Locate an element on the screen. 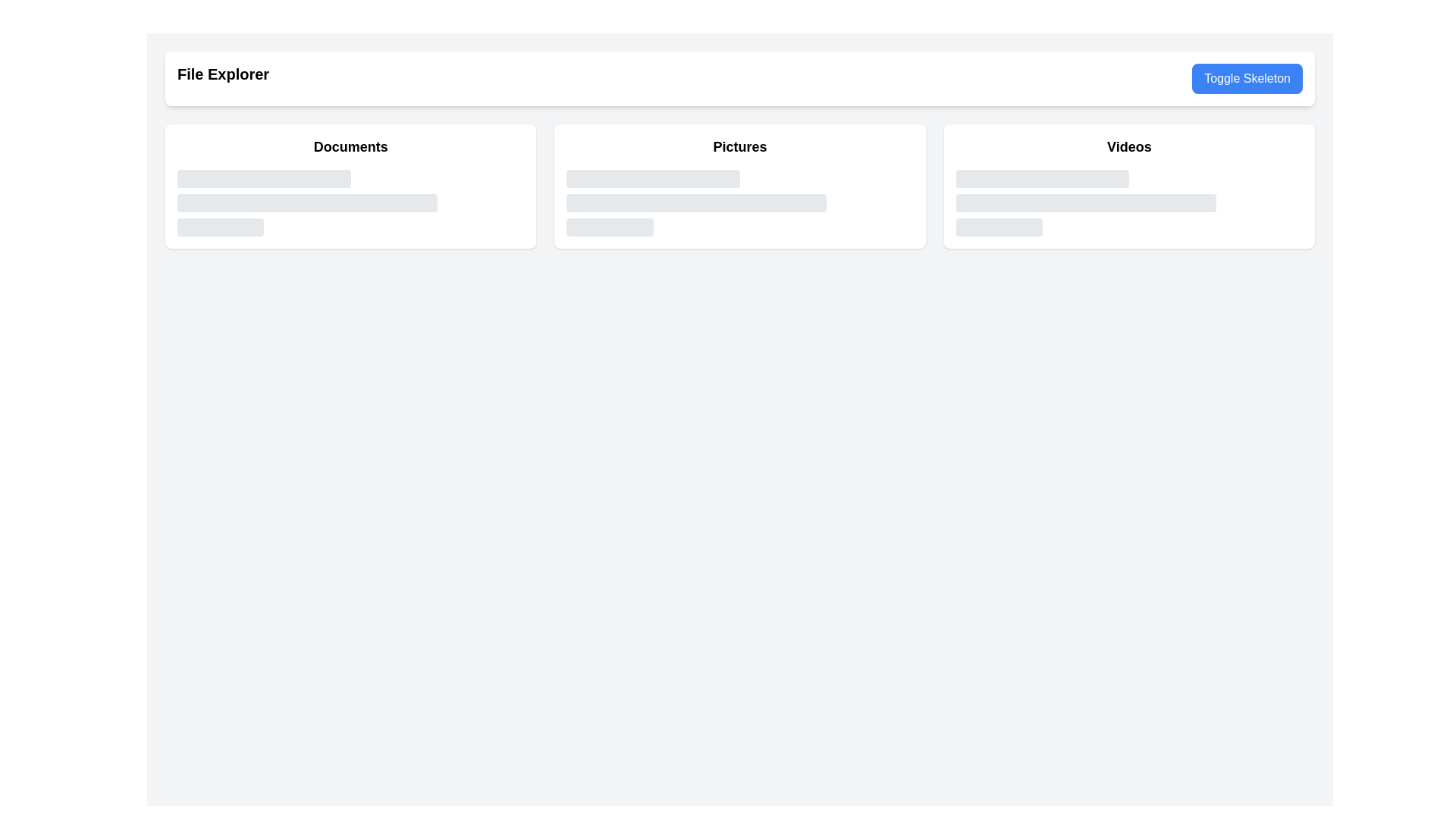  the third Skeleton loader rectangle in the 'Pictures' section, which is located between 'Documents' and 'Videos' is located at coordinates (610, 227).